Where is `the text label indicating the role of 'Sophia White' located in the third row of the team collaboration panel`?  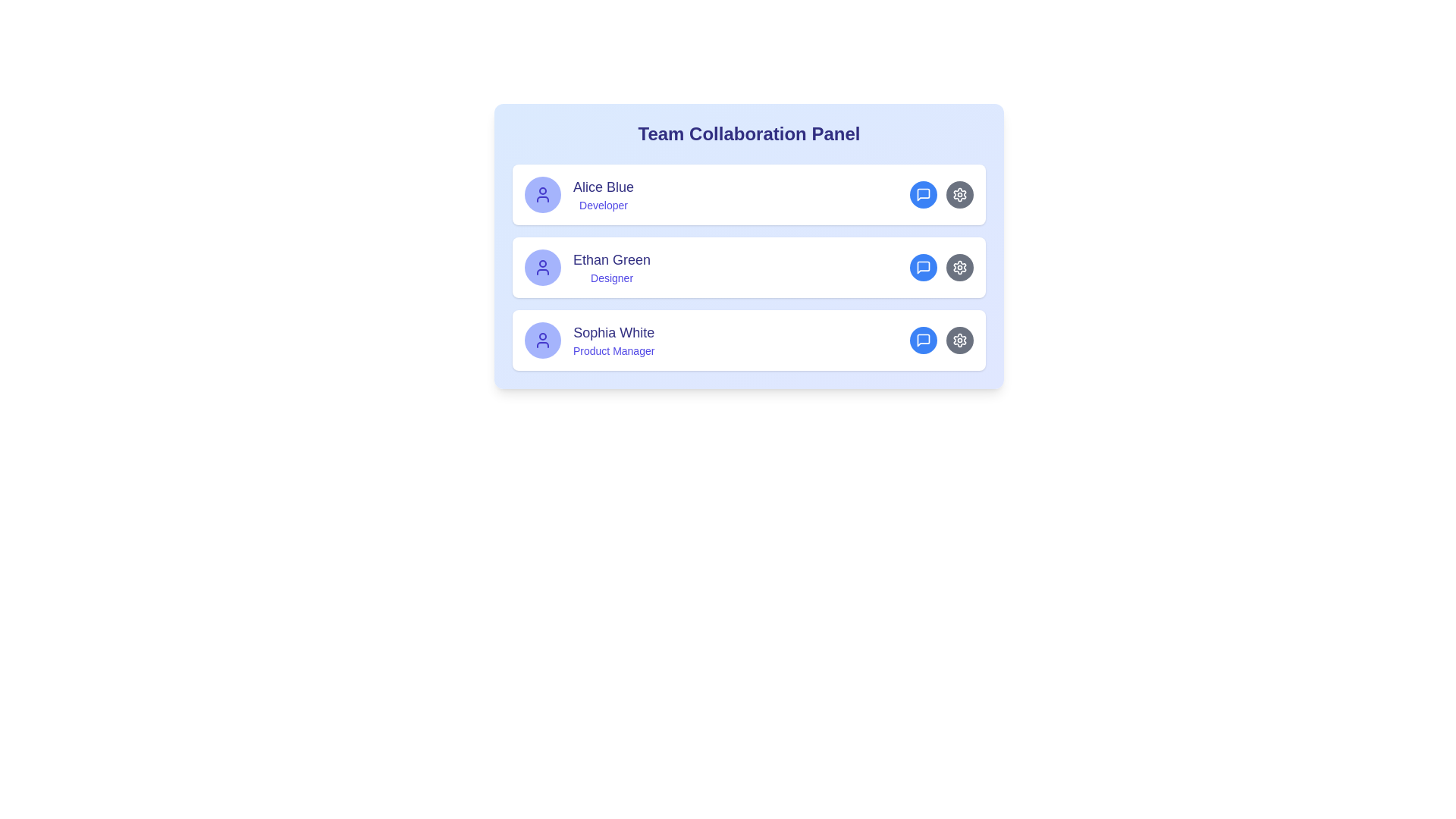
the text label indicating the role of 'Sophia White' located in the third row of the team collaboration panel is located at coordinates (613, 350).